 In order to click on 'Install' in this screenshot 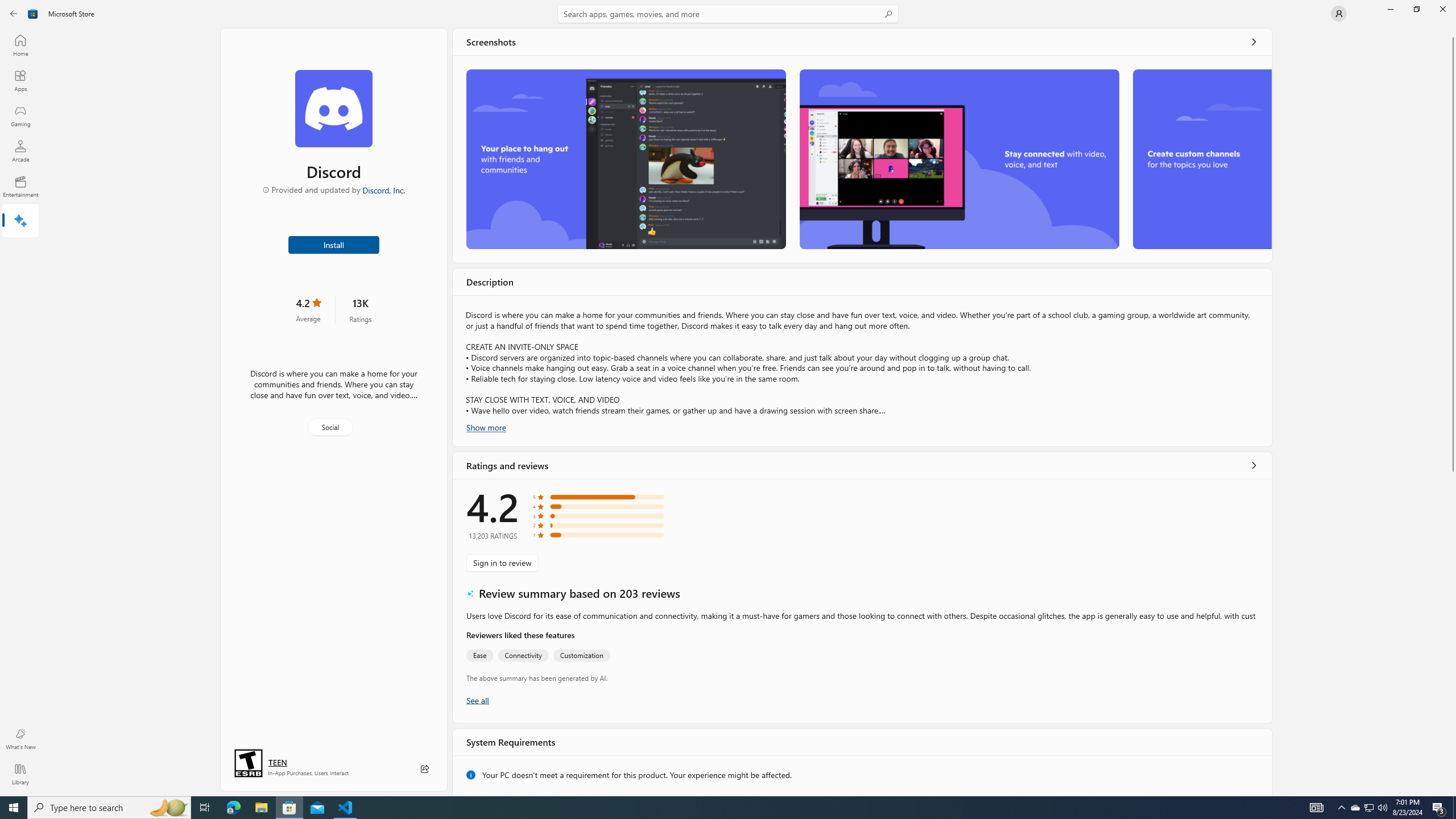, I will do `click(334, 243)`.